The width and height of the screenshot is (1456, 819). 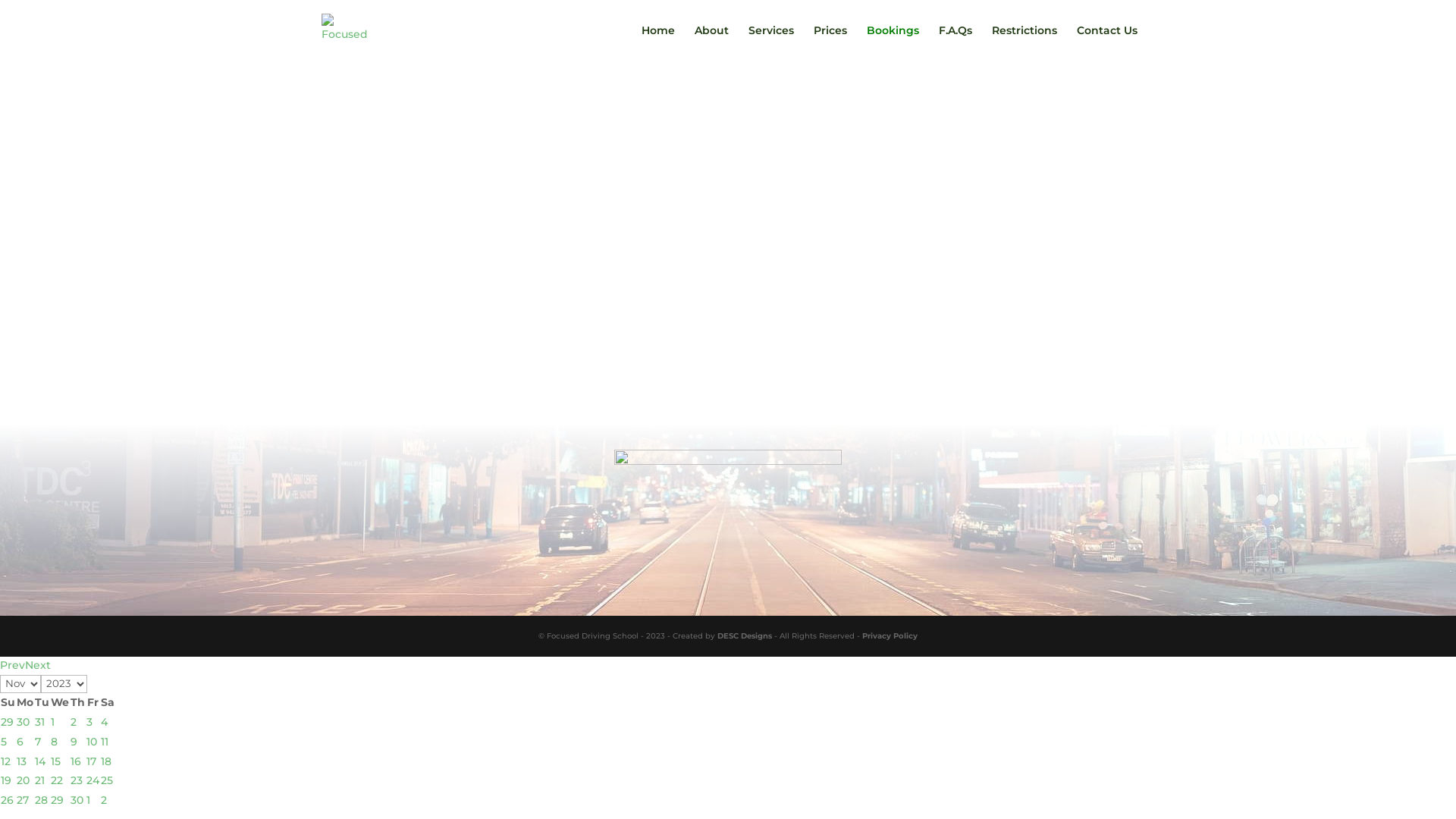 What do you see at coordinates (90, 761) in the screenshot?
I see `'17'` at bounding box center [90, 761].